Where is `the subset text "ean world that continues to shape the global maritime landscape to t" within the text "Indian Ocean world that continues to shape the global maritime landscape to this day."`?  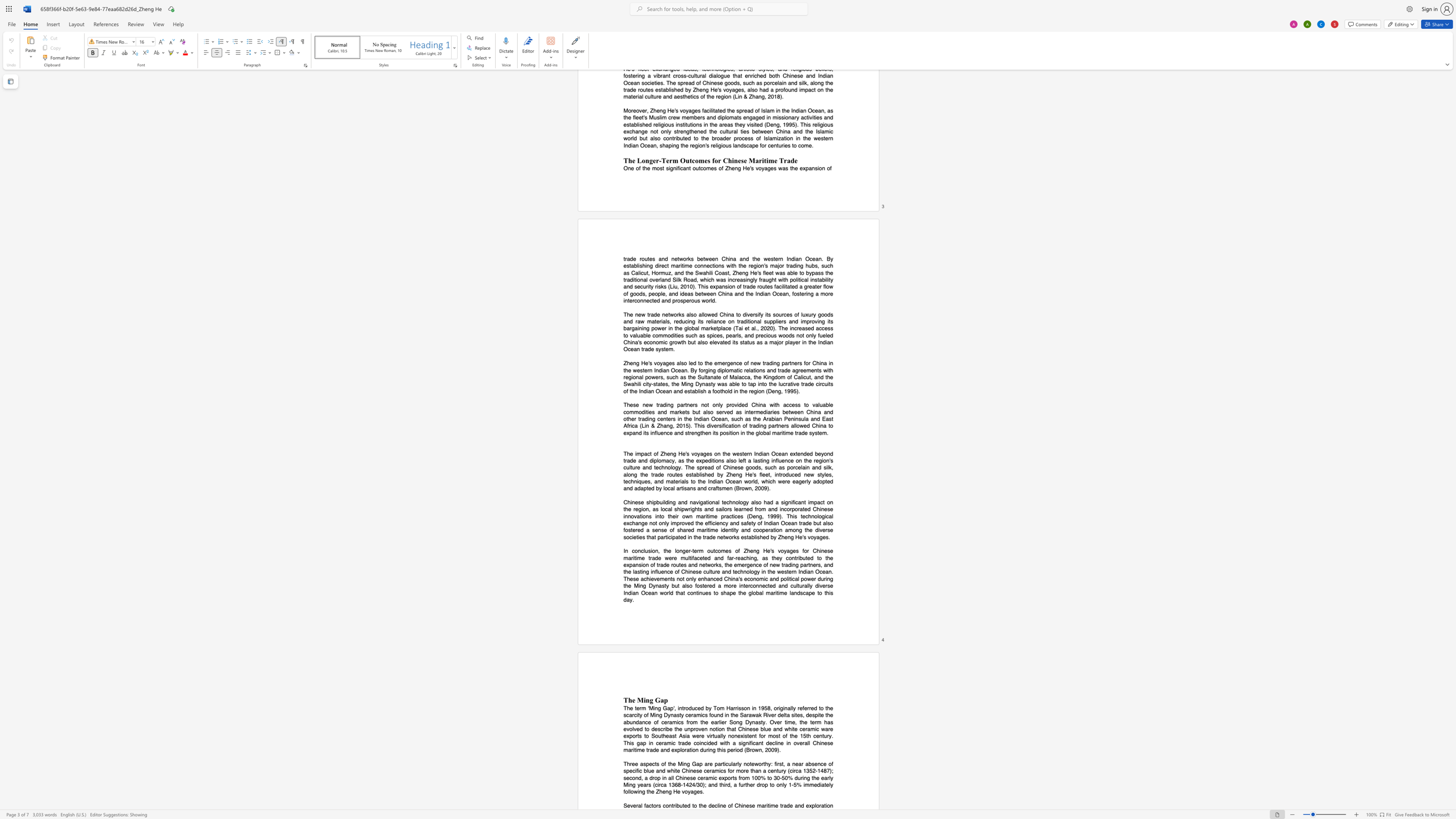
the subset text "ean world that continues to shape the global maritime landscape to t" within the text "Indian Ocean world that continues to shape the global maritime landscape to this day." is located at coordinates (647, 592).